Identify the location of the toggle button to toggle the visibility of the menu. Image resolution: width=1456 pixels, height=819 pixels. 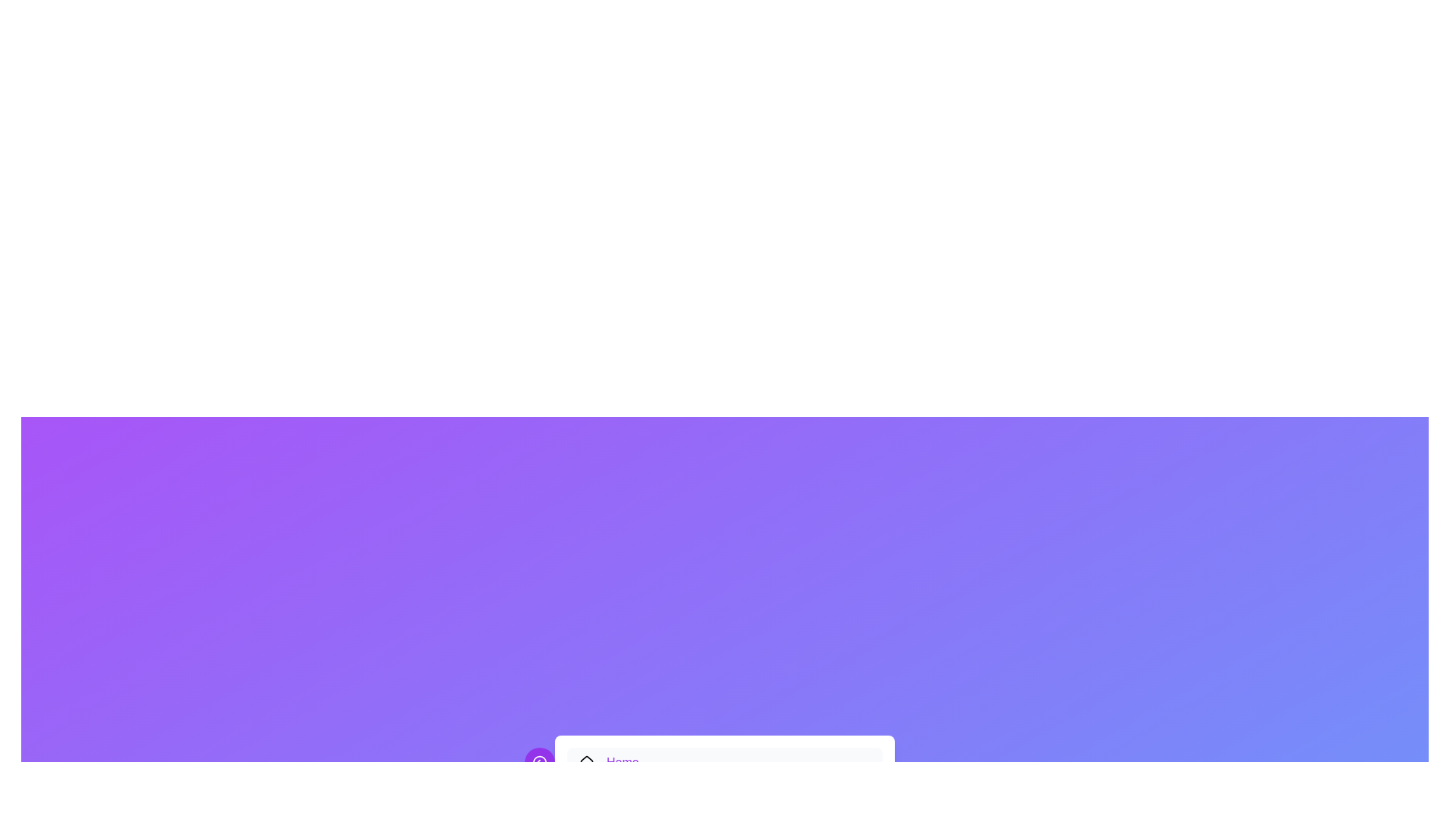
(539, 763).